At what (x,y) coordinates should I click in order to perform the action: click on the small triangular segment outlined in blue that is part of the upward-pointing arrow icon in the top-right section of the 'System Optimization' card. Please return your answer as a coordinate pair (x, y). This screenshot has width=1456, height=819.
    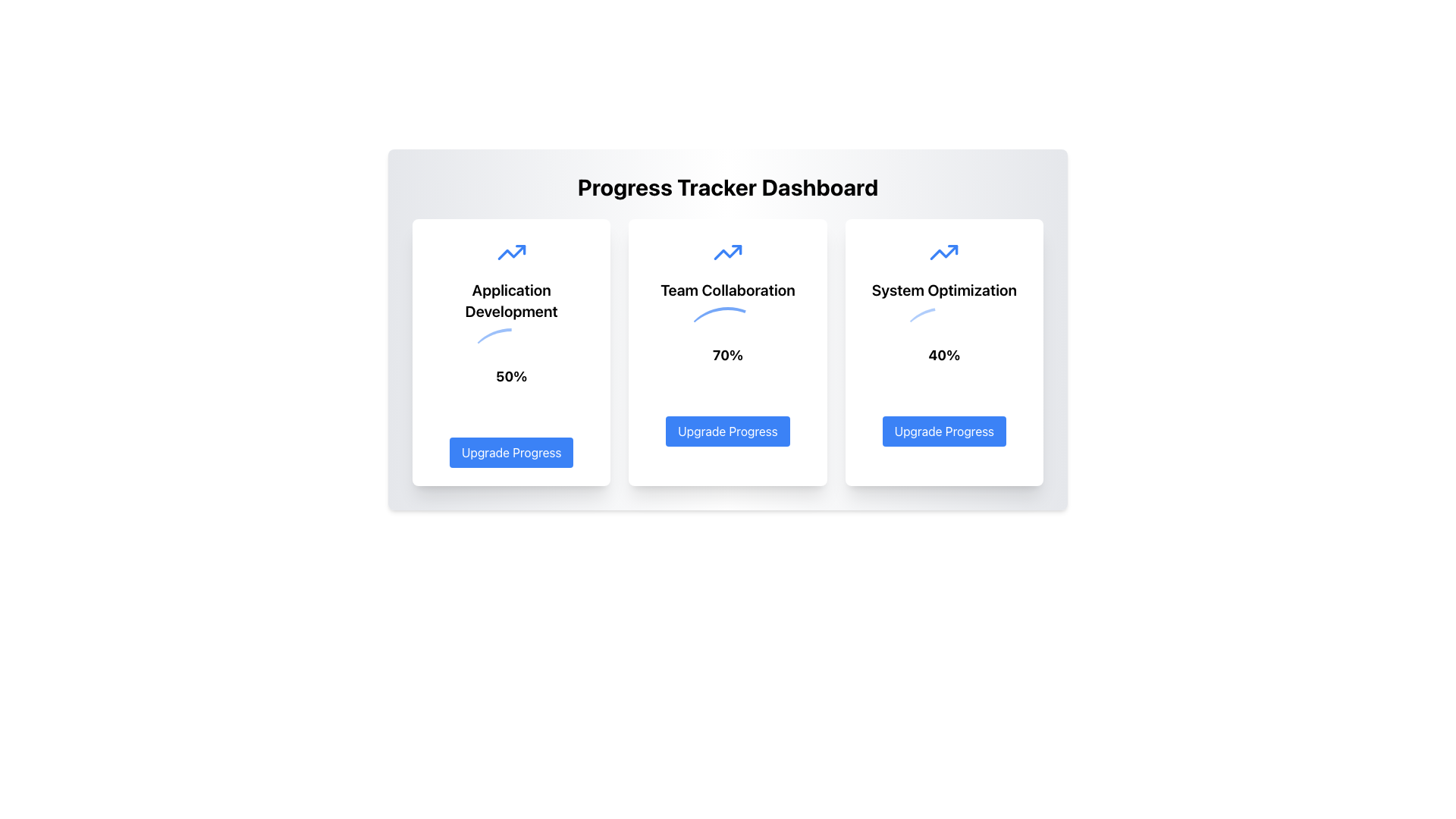
    Looking at the image, I should click on (952, 249).